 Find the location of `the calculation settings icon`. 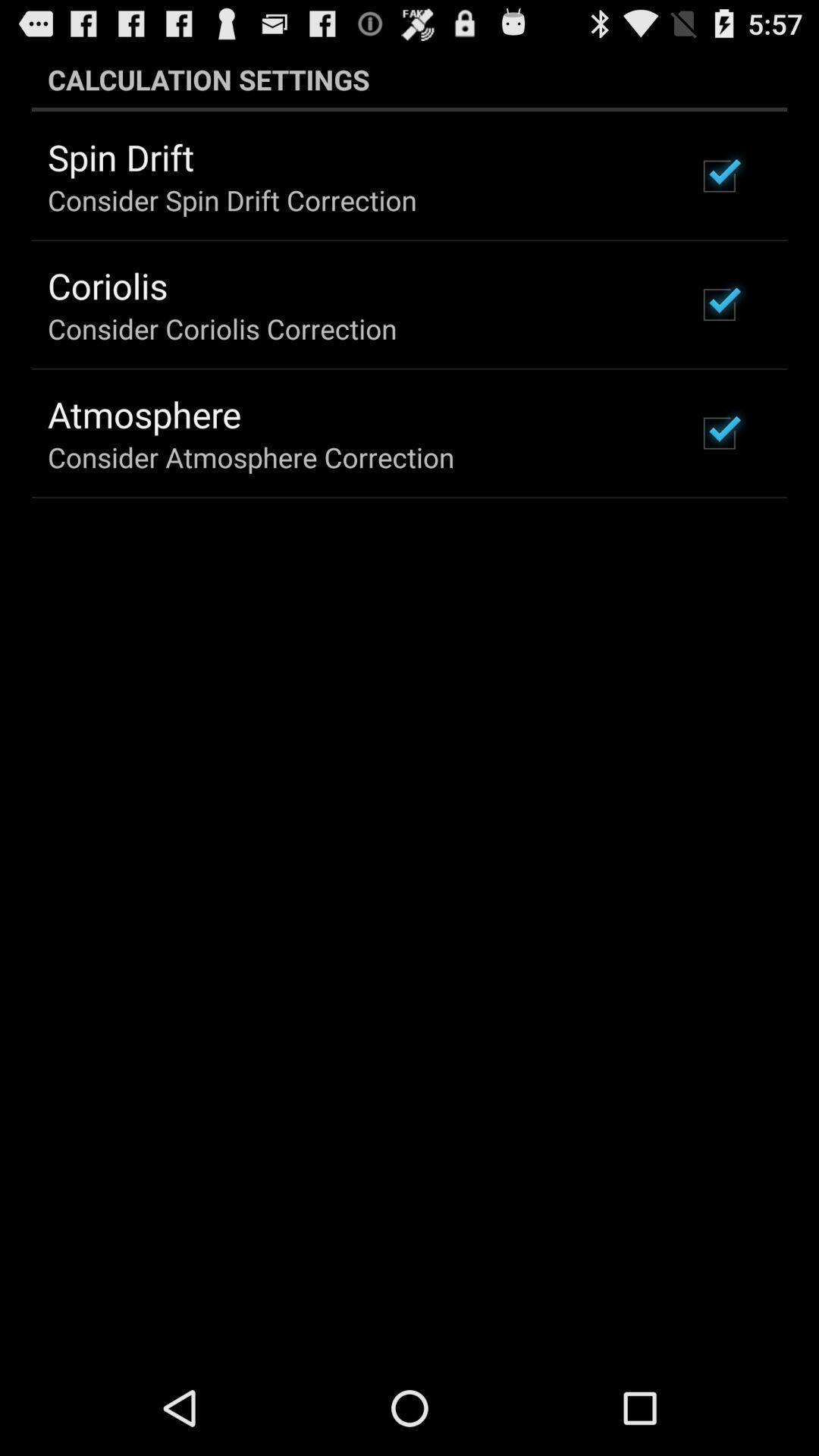

the calculation settings icon is located at coordinates (409, 79).